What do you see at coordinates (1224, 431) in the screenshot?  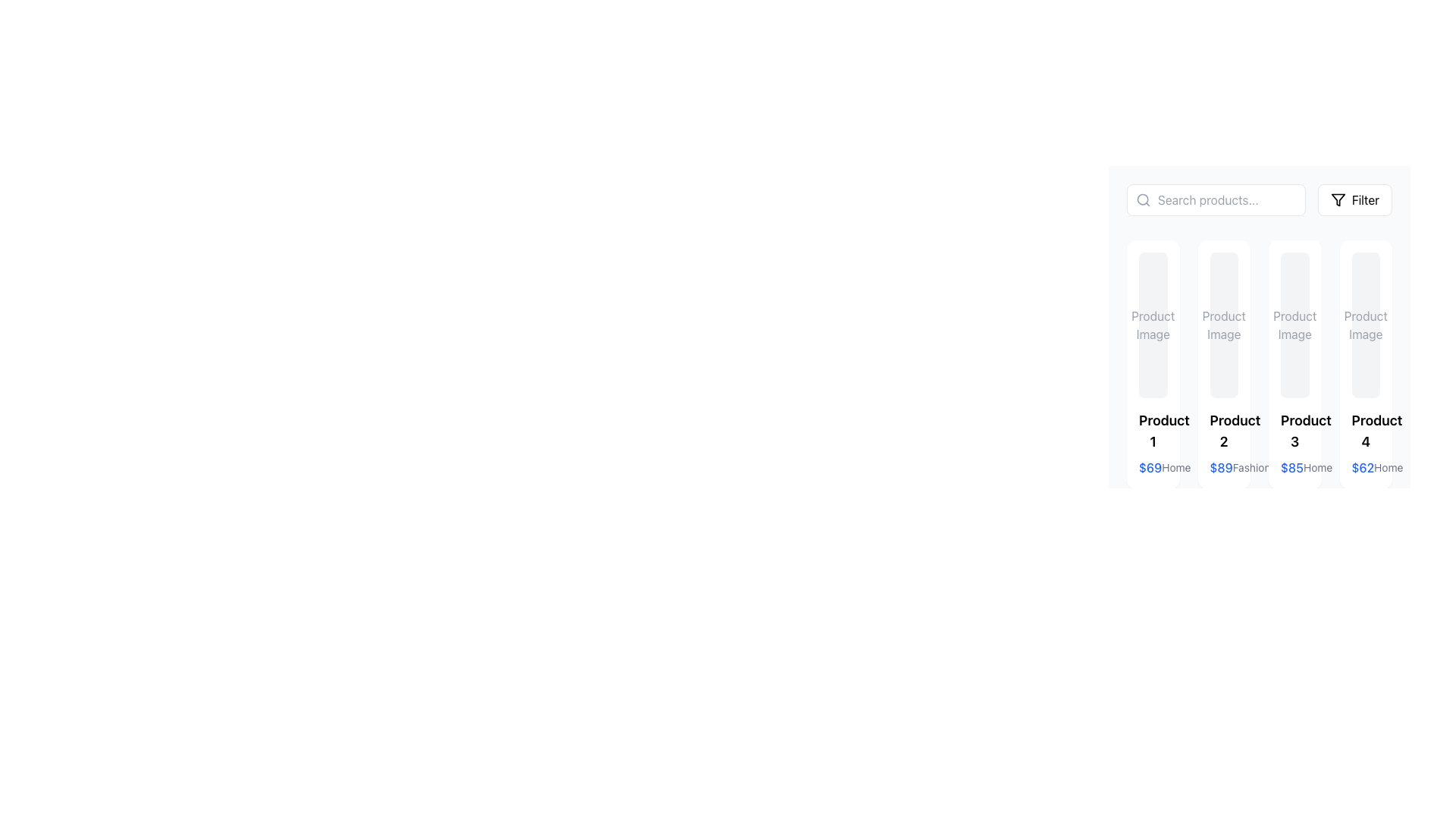 I see `the text label displaying 'Product 2', which is centrally located below the product image and above the price and category details` at bounding box center [1224, 431].